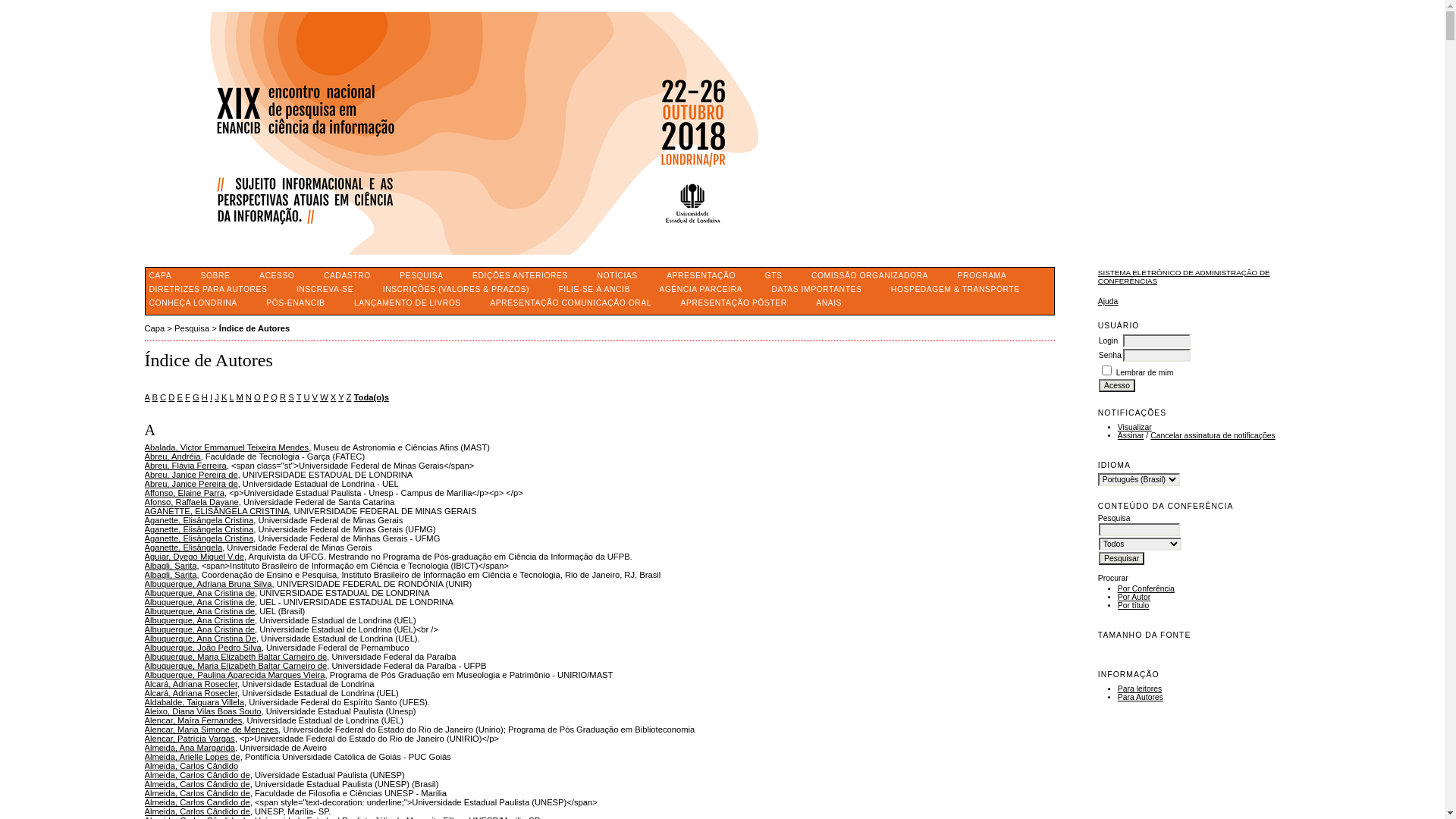 The height and width of the screenshot is (819, 1456). Describe the element at coordinates (346, 275) in the screenshot. I see `'CADASTRO'` at that location.